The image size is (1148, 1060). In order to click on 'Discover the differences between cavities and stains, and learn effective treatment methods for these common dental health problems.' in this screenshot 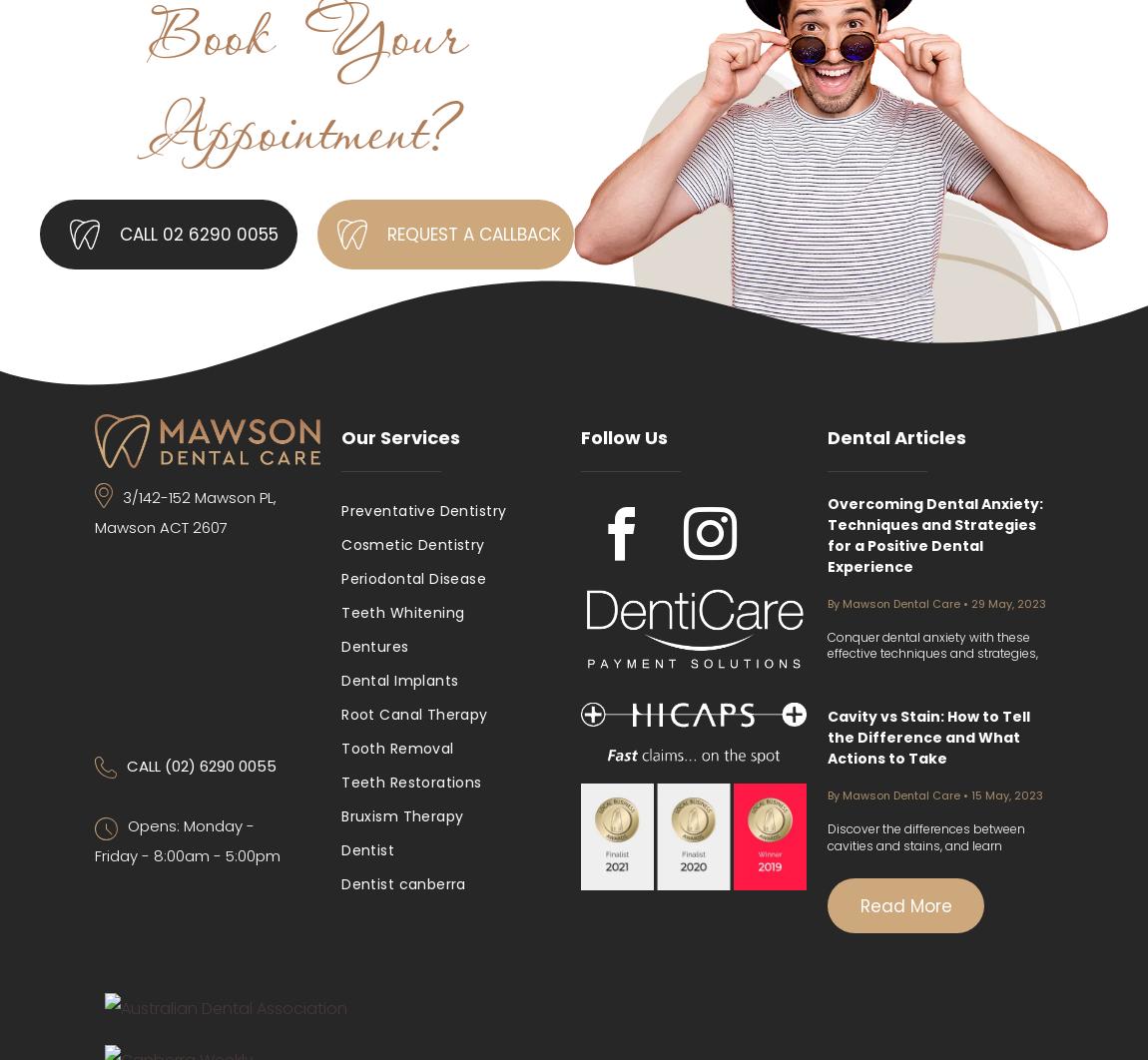, I will do `click(939, 852)`.